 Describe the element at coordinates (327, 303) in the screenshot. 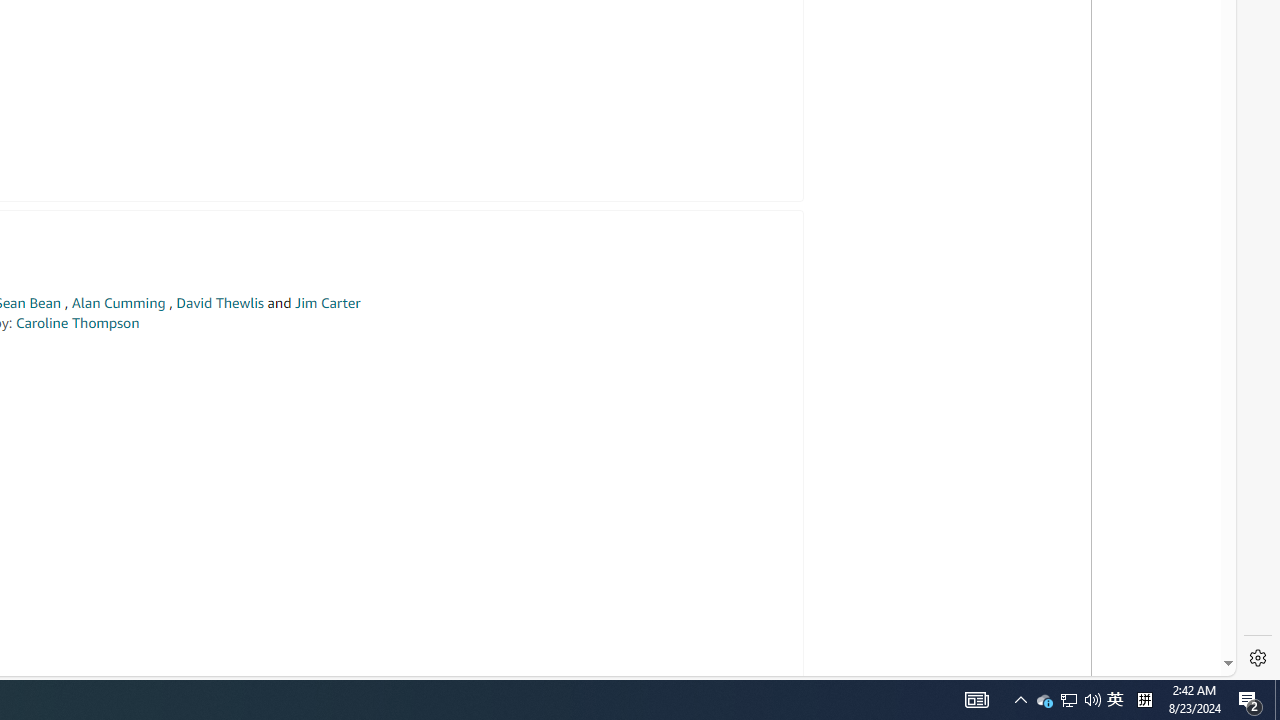

I see `'Jim Carter'` at that location.